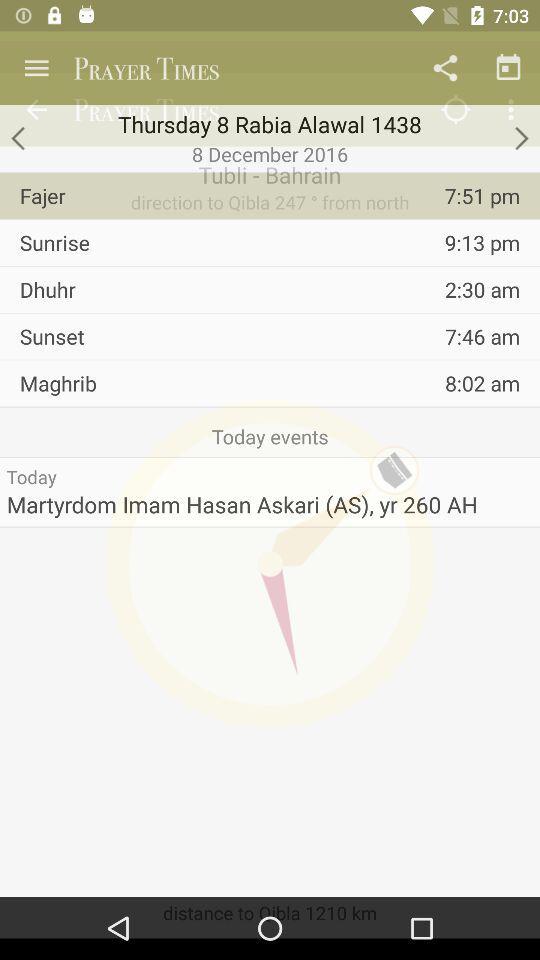  Describe the element at coordinates (18, 137) in the screenshot. I see `shows goback option` at that location.